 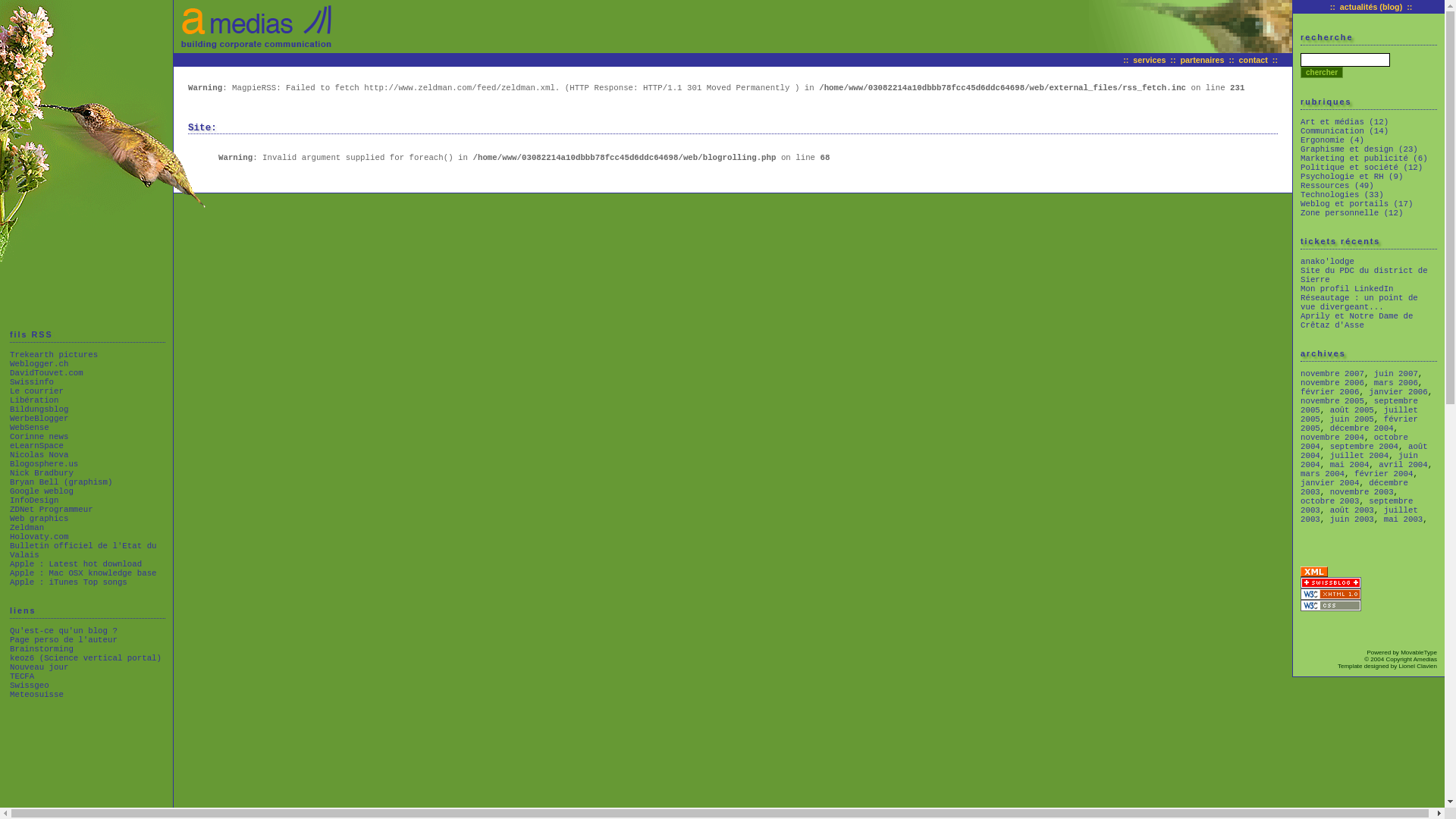 I want to click on 'avril 2004', so click(x=1402, y=464).